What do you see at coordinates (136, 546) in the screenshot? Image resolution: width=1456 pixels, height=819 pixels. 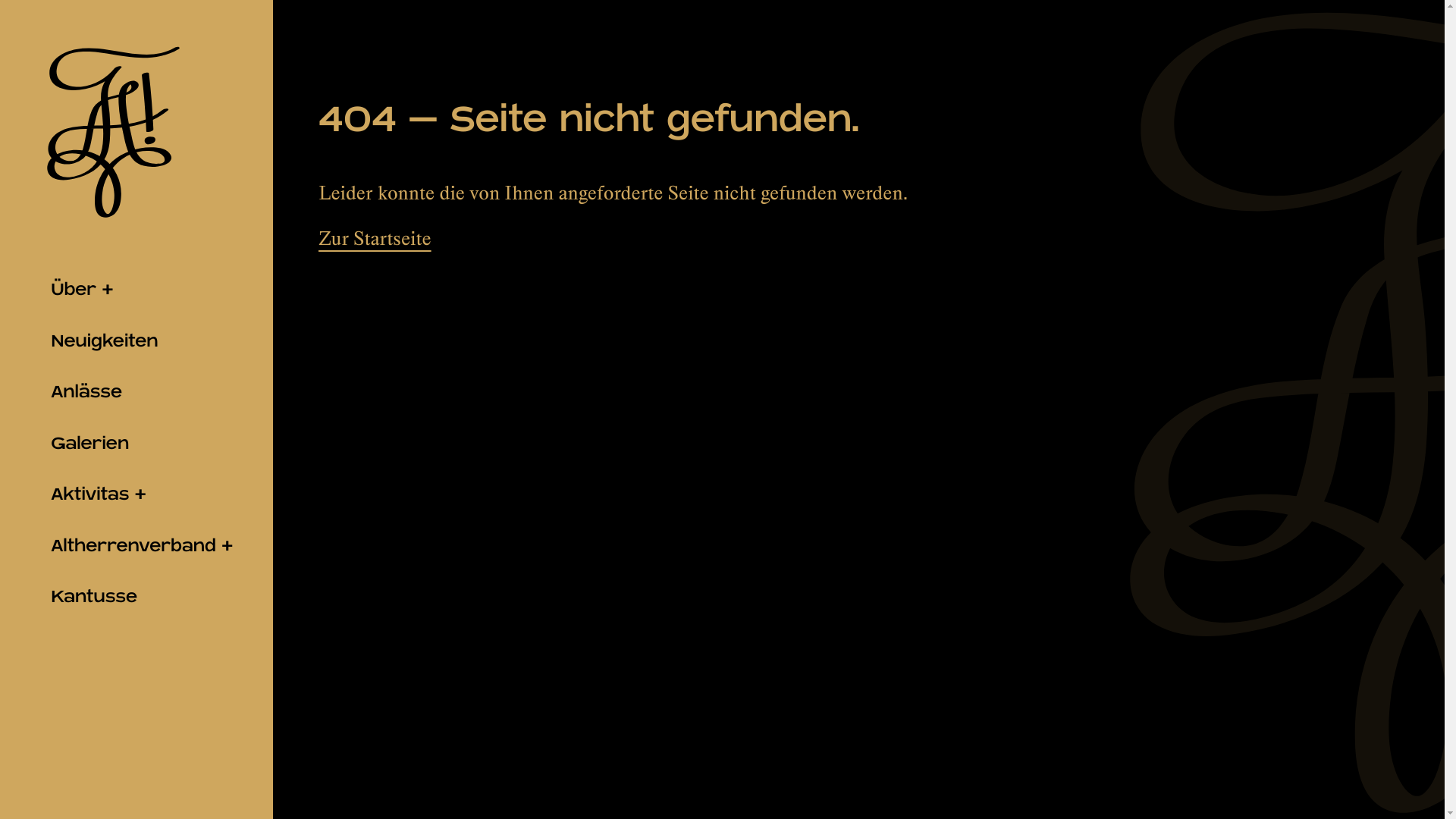 I see `'Altherrenverband'` at bounding box center [136, 546].